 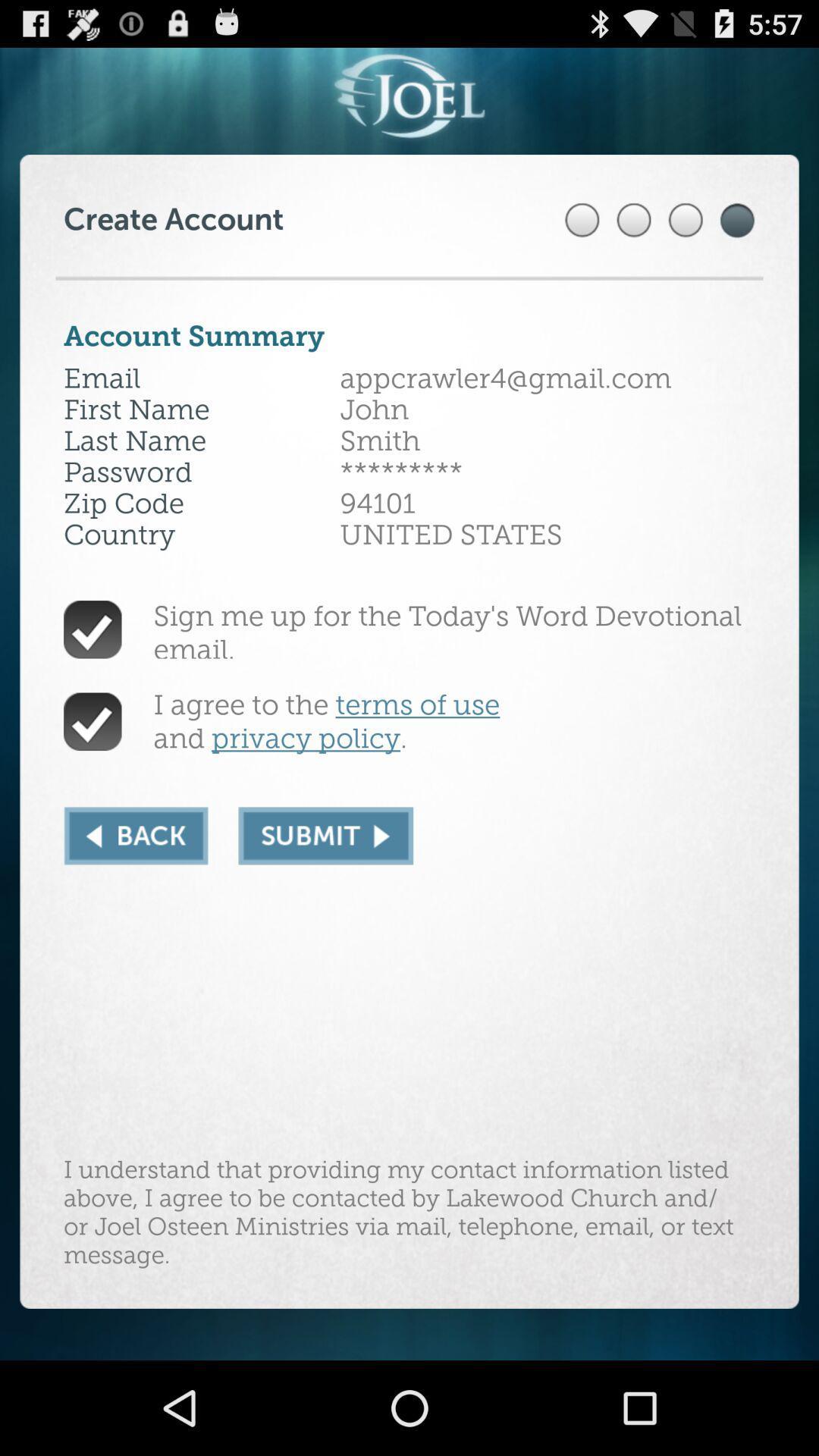 I want to click on the highlighted area allows one to sign up for the daily devotional, so click(x=325, y=835).